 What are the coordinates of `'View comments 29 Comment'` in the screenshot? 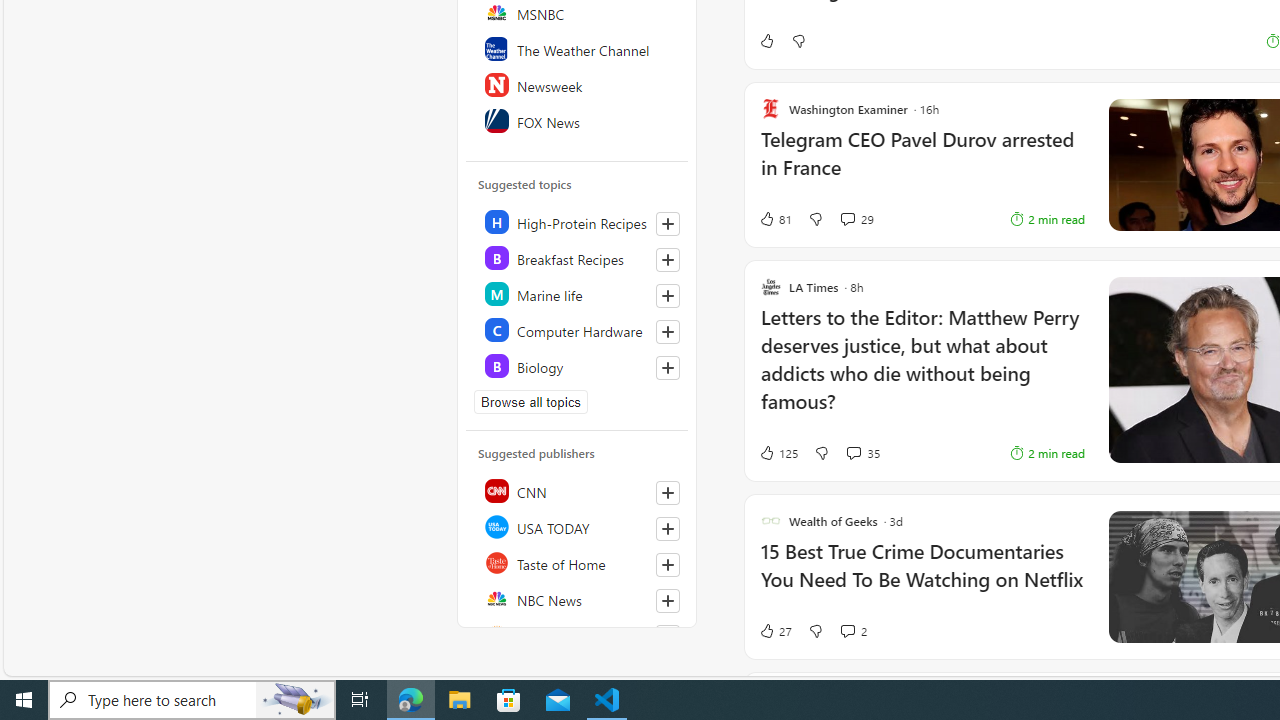 It's located at (856, 219).